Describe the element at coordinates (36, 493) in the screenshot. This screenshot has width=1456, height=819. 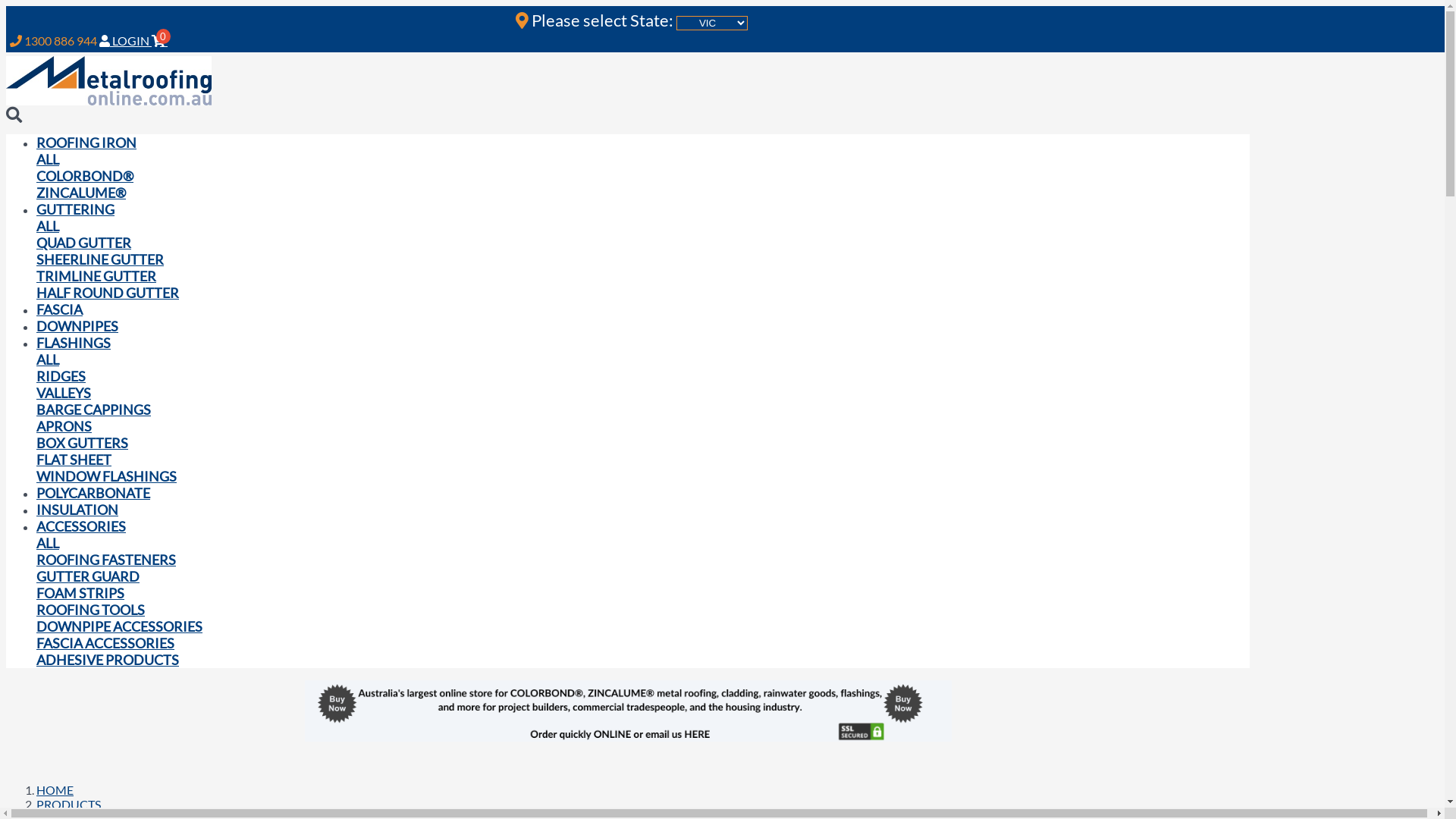
I see `'POLYCARBONATE'` at that location.